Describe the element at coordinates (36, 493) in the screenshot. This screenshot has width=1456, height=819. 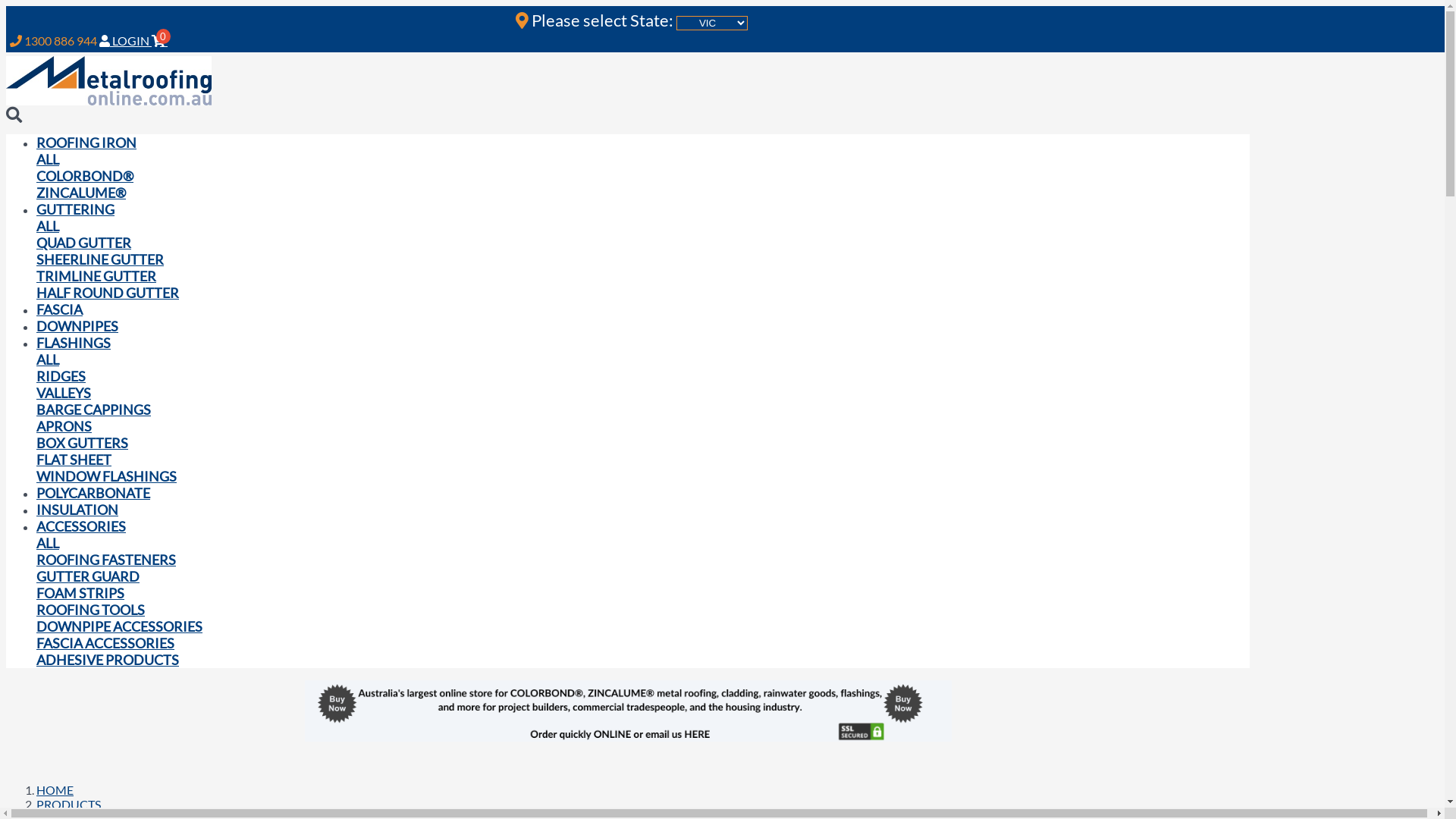
I see `'POLYCARBONATE'` at that location.